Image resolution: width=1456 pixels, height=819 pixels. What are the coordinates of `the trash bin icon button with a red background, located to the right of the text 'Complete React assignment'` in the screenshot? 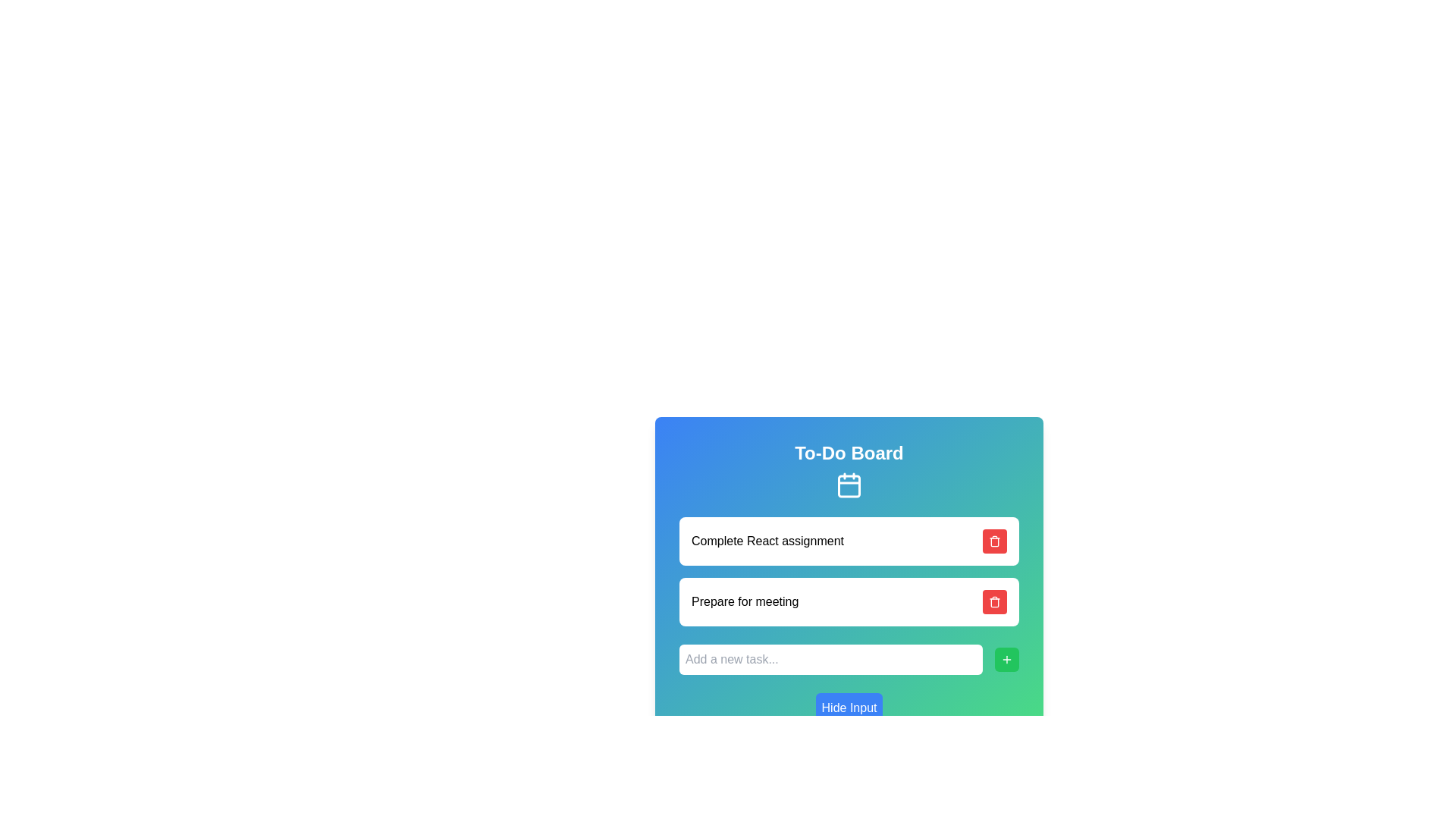 It's located at (994, 540).